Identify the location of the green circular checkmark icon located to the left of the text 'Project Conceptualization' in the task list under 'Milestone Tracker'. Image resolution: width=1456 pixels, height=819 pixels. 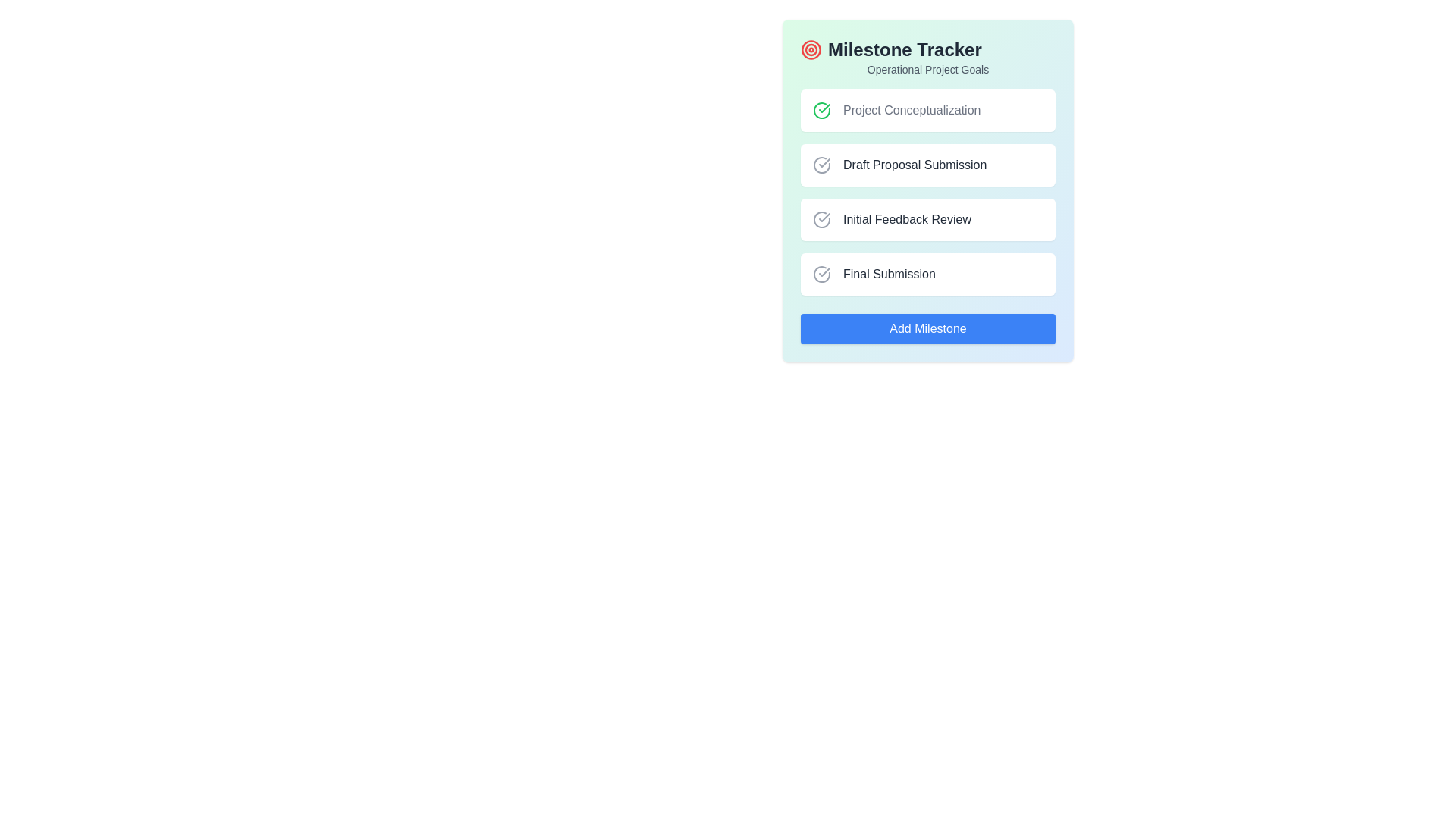
(821, 110).